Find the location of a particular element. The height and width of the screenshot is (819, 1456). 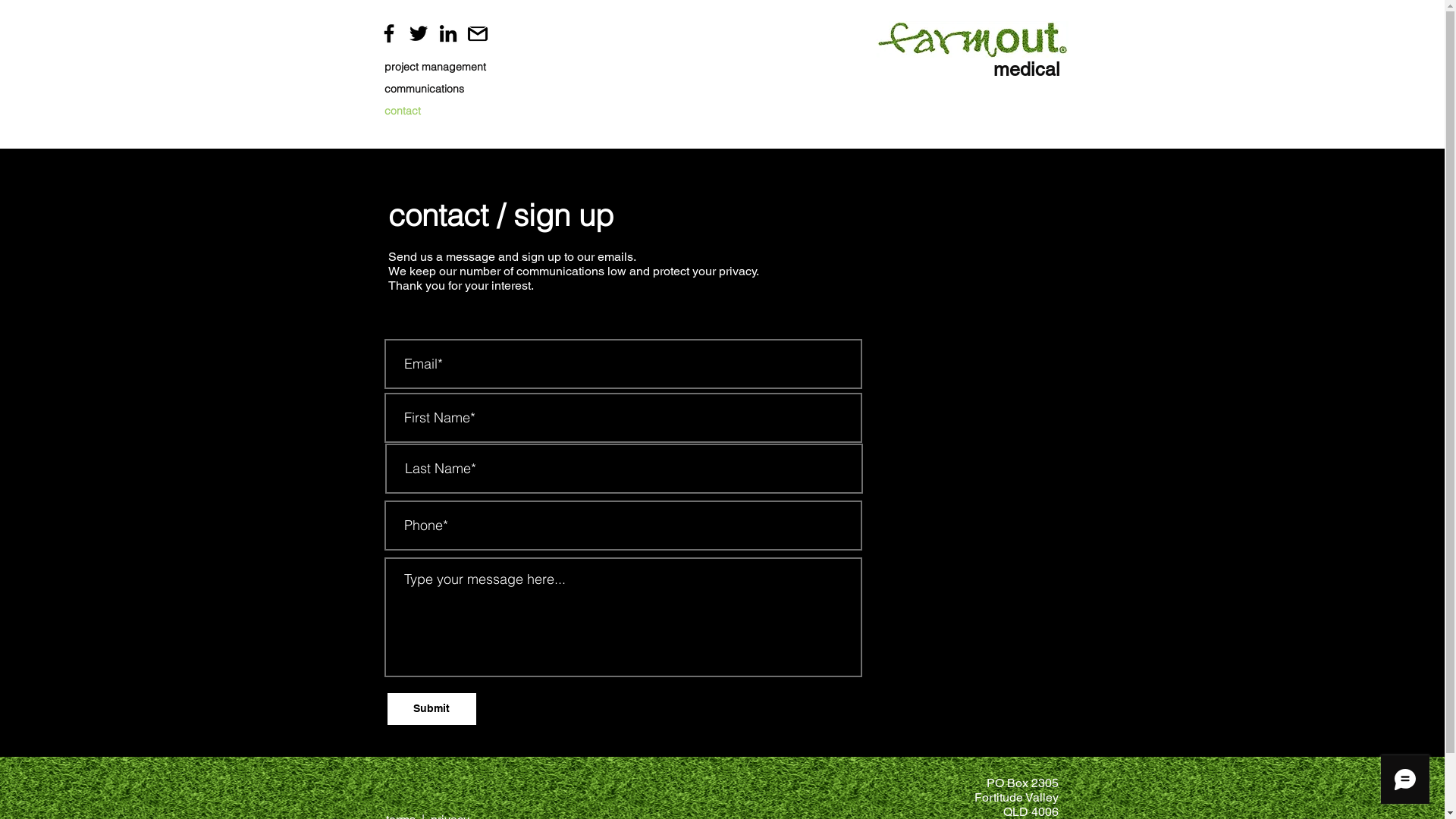

'project management' is located at coordinates (383, 66).